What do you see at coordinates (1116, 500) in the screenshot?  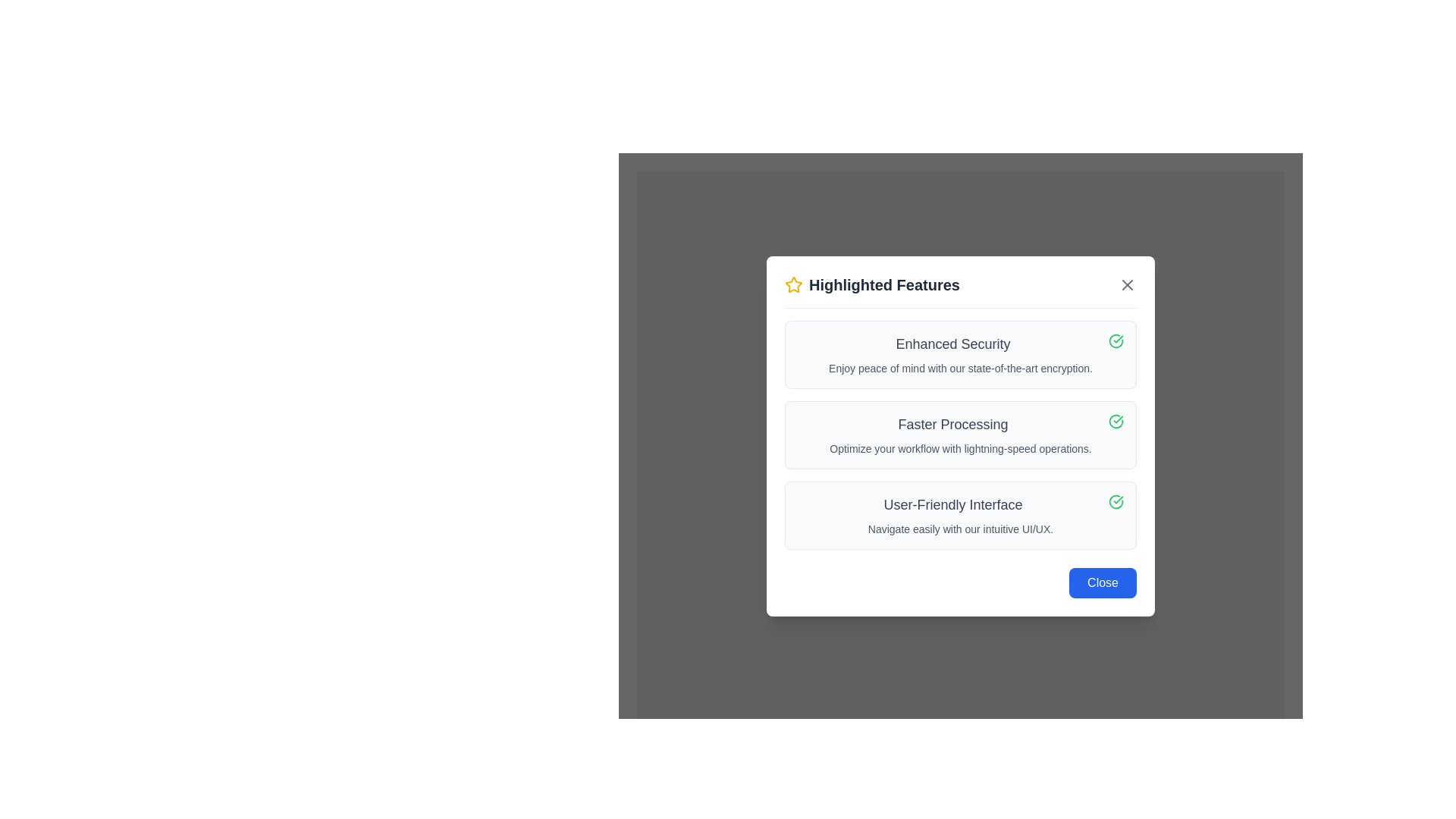 I see `the positive state icon located in the top-right corner of the 'User-Friendly Interface' section in the 'Highlighted Features' modal` at bounding box center [1116, 500].